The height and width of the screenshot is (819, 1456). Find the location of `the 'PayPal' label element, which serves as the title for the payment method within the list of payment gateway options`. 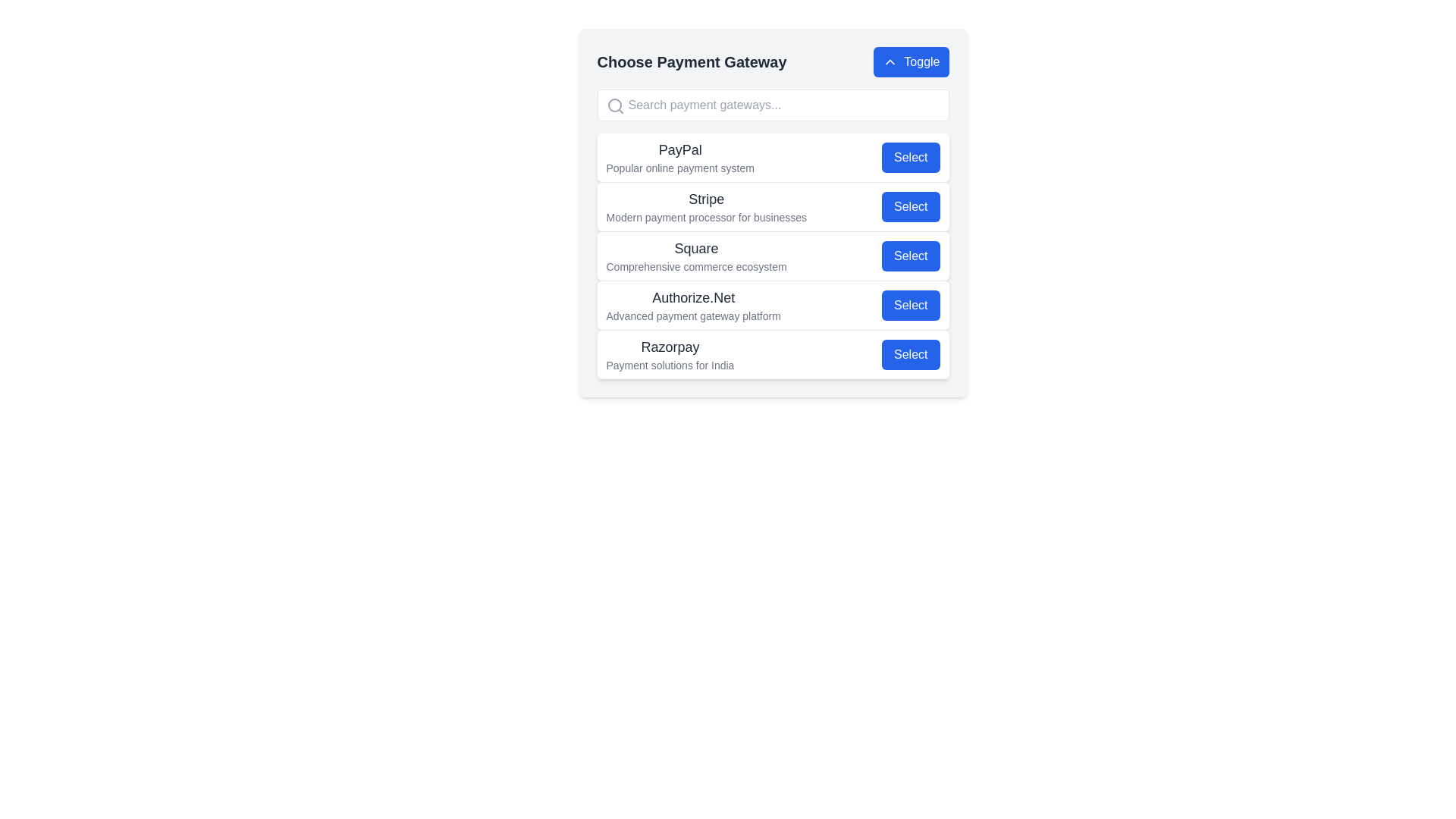

the 'PayPal' label element, which serves as the title for the payment method within the list of payment gateway options is located at coordinates (679, 149).